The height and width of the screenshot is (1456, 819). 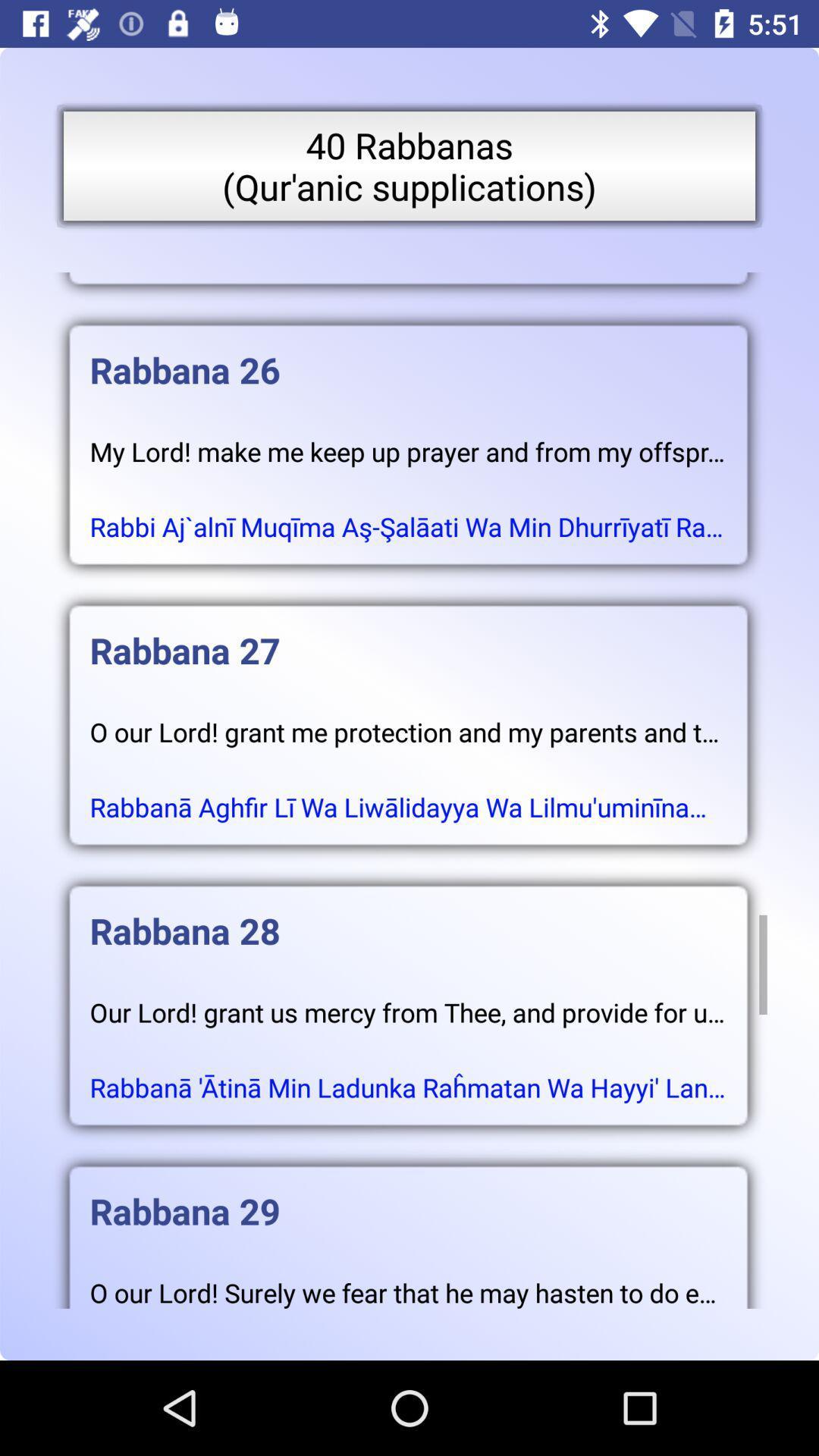 What do you see at coordinates (407, 791) in the screenshot?
I see `icon below o our lord` at bounding box center [407, 791].